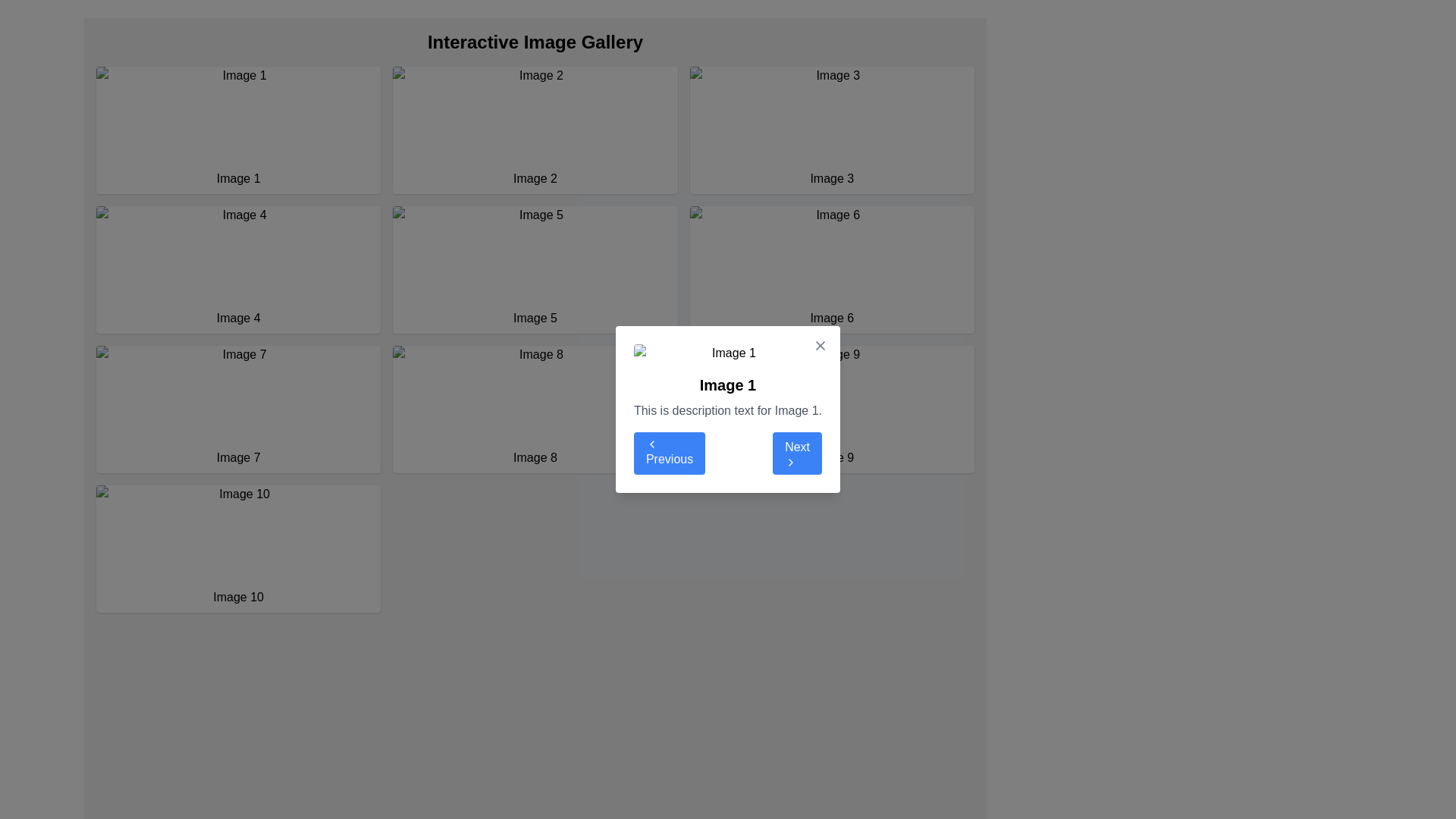  What do you see at coordinates (728, 384) in the screenshot?
I see `the text label displaying 'Image 1', which is styled in bold, black font and positioned centrally within the pop-up interface above the descriptive text section` at bounding box center [728, 384].